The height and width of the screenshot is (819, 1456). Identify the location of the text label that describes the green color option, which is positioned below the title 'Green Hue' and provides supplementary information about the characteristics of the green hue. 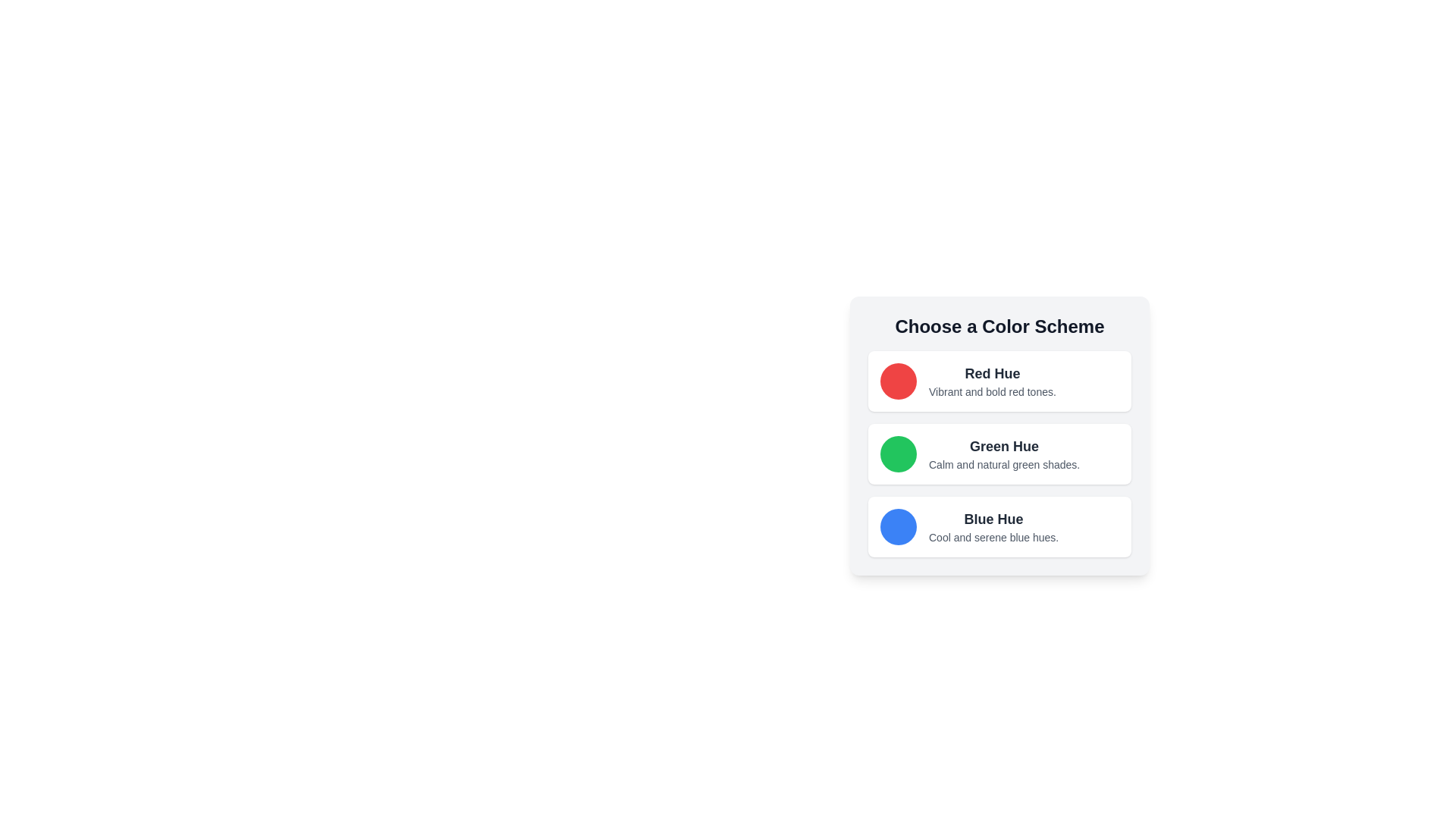
(1004, 464).